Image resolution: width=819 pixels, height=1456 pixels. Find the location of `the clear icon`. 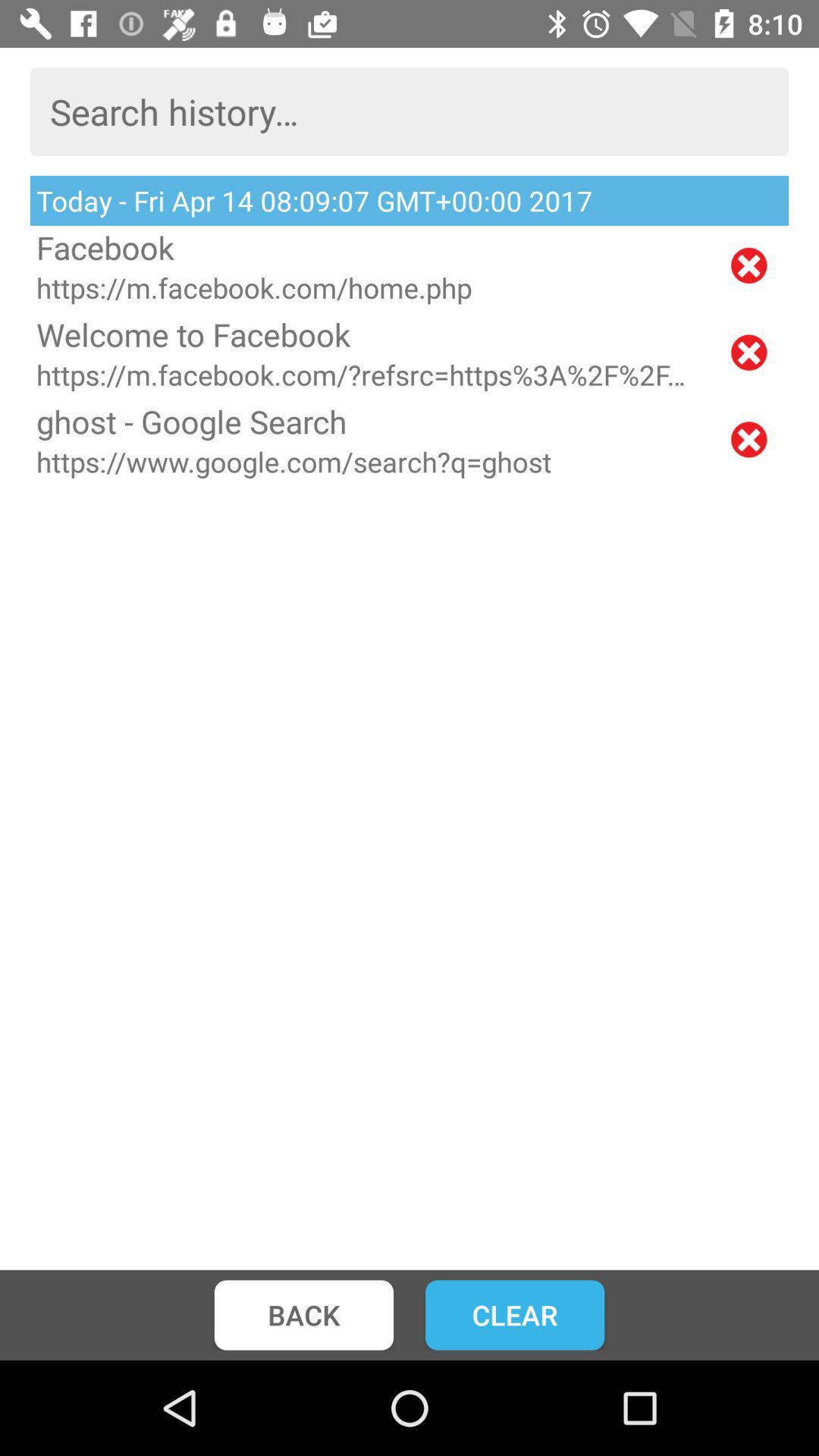

the clear icon is located at coordinates (514, 1314).